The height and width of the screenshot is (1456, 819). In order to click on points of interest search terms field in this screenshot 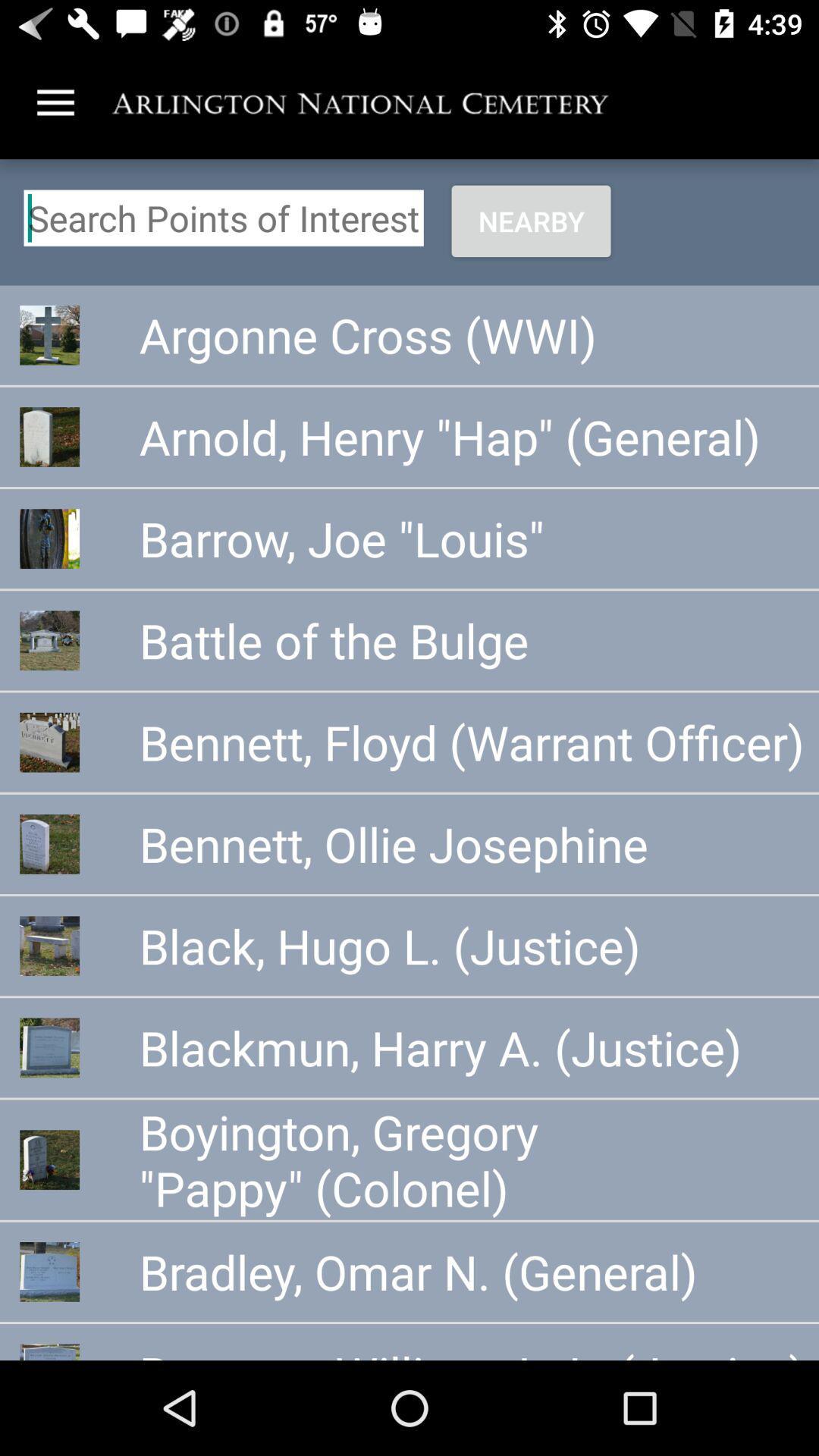, I will do `click(224, 217)`.